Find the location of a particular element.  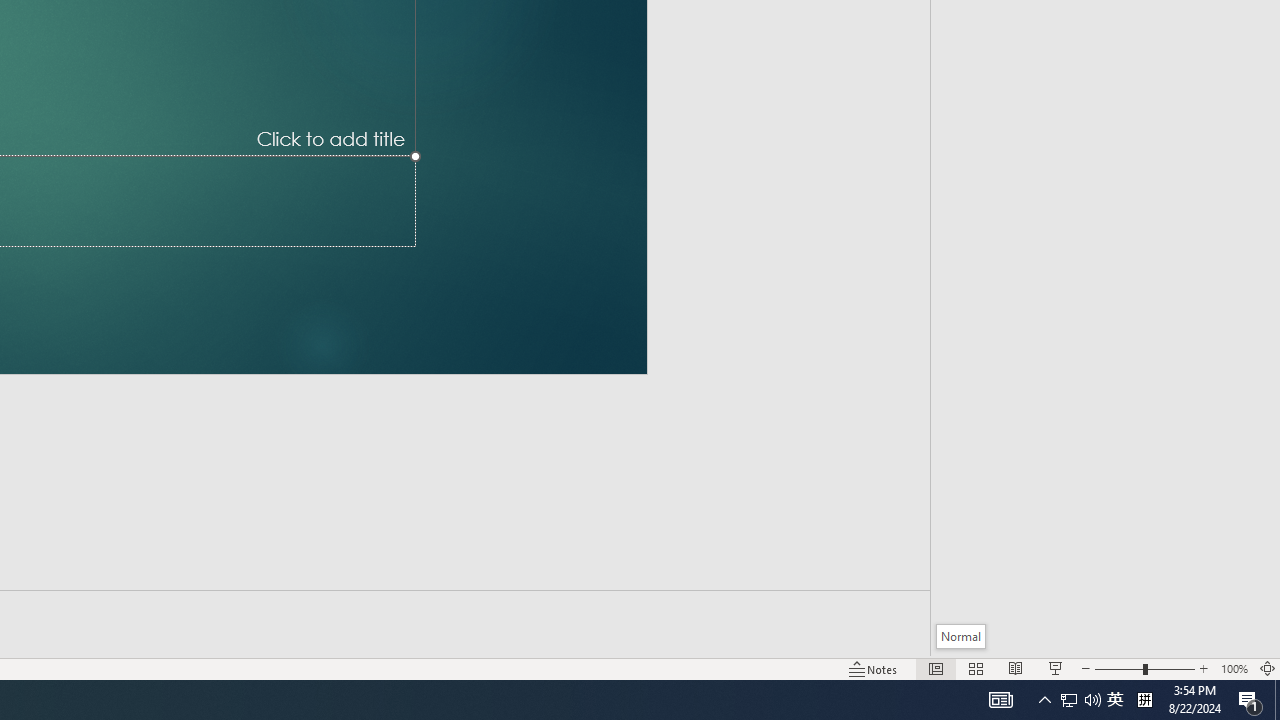

'Zoom 100%' is located at coordinates (1233, 669).